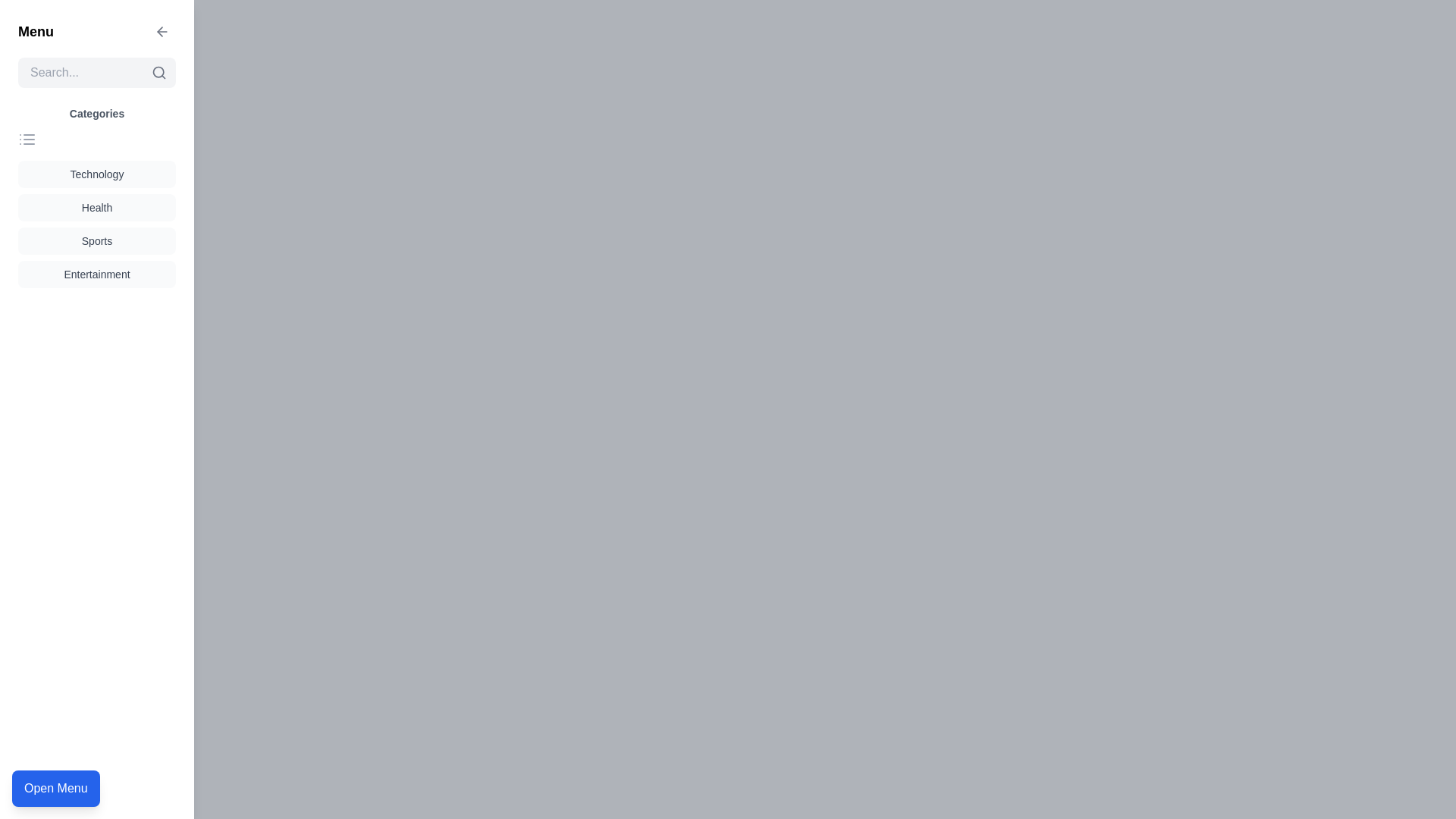 This screenshot has width=1456, height=819. Describe the element at coordinates (158, 72) in the screenshot. I see `the decorative graphical circle within the magnifying glass icon located in the search field at the top of the left-hand sidebar` at that location.